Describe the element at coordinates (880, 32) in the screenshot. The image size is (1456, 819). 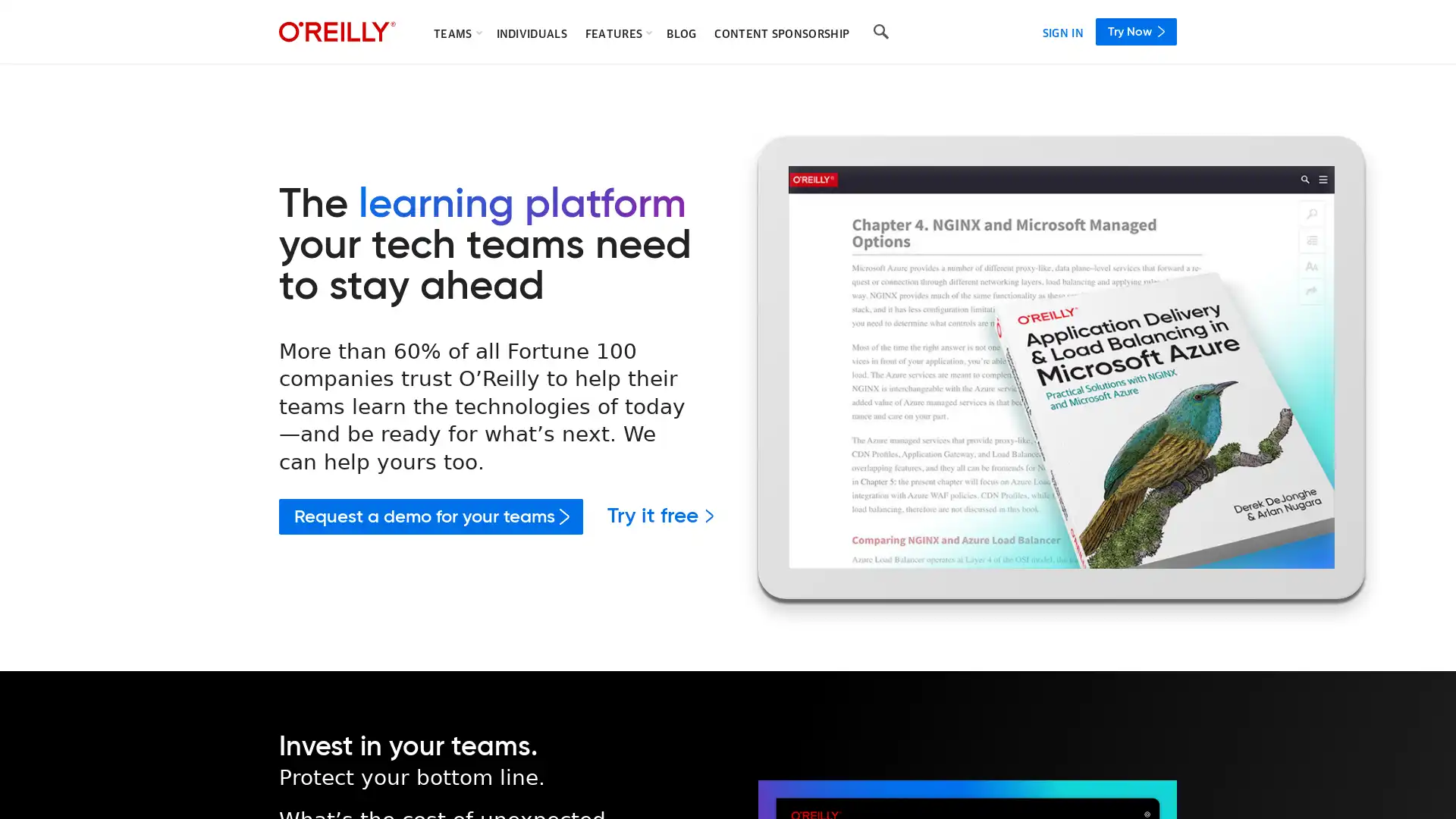
I see `Search` at that location.